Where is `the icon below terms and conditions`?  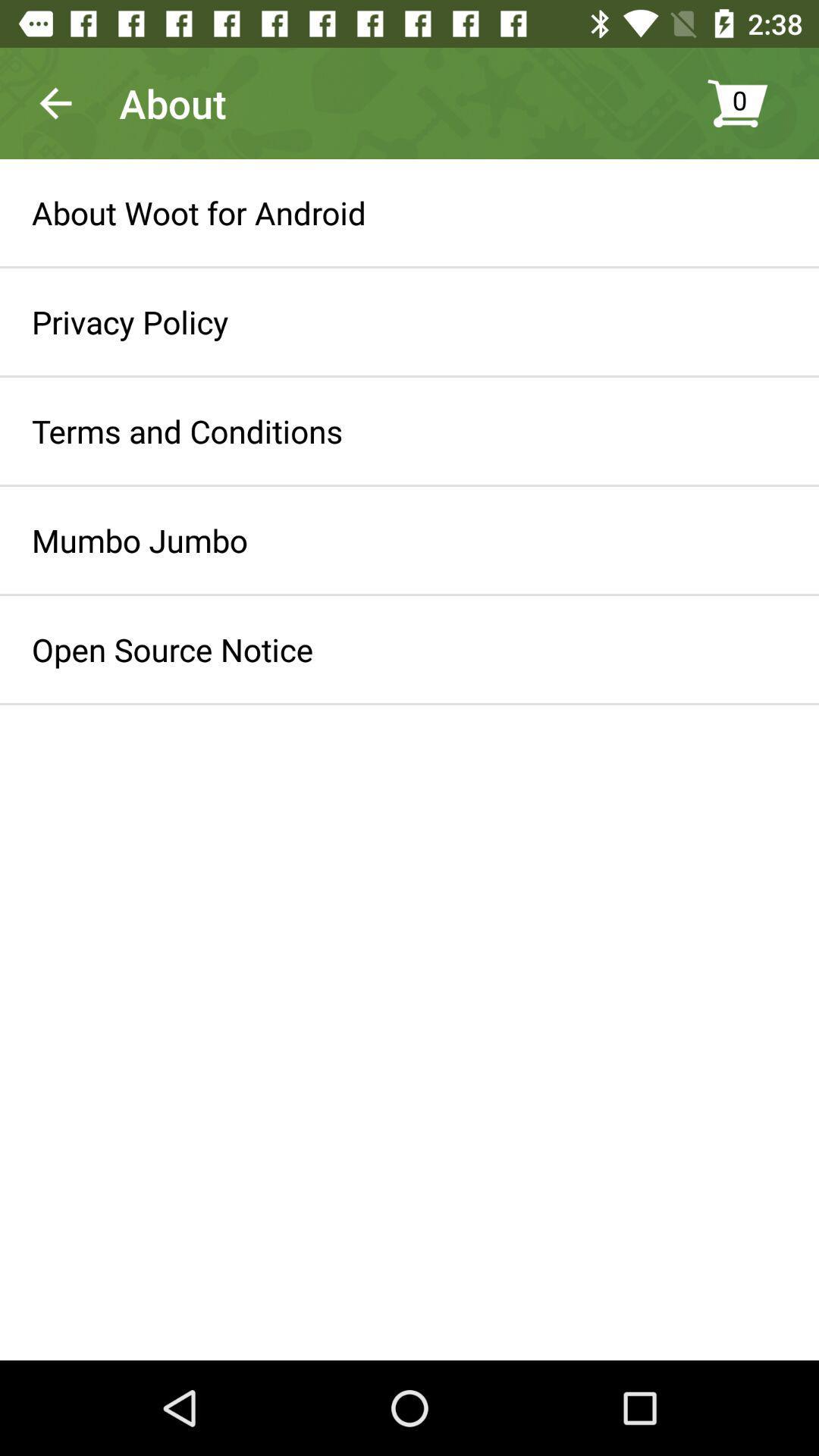
the icon below terms and conditions is located at coordinates (140, 540).